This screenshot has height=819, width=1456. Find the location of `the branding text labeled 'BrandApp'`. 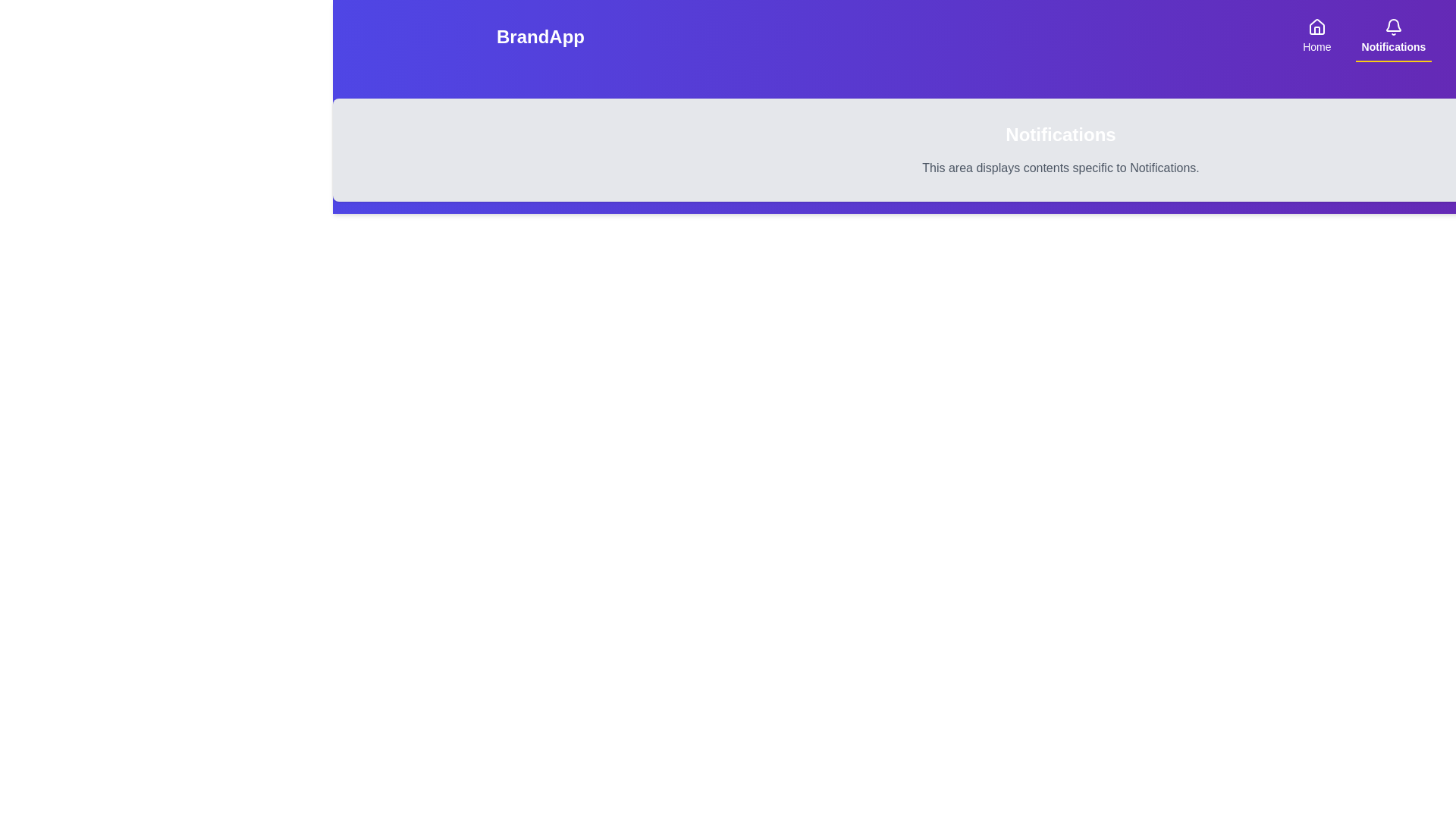

the branding text labeled 'BrandApp' is located at coordinates (541, 36).